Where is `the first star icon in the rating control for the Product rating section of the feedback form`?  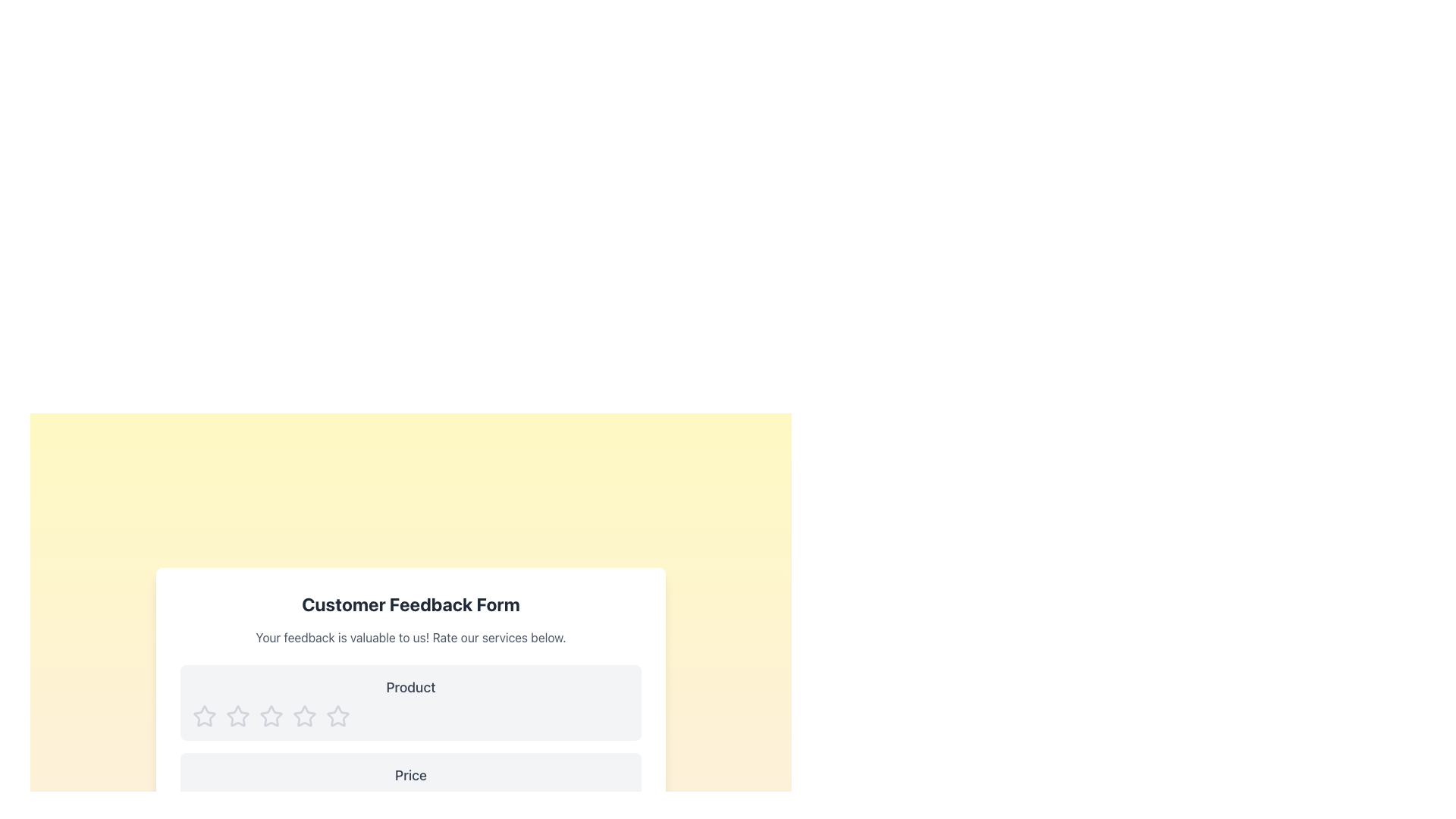
the first star icon in the rating control for the Product rating section of the feedback form is located at coordinates (203, 717).